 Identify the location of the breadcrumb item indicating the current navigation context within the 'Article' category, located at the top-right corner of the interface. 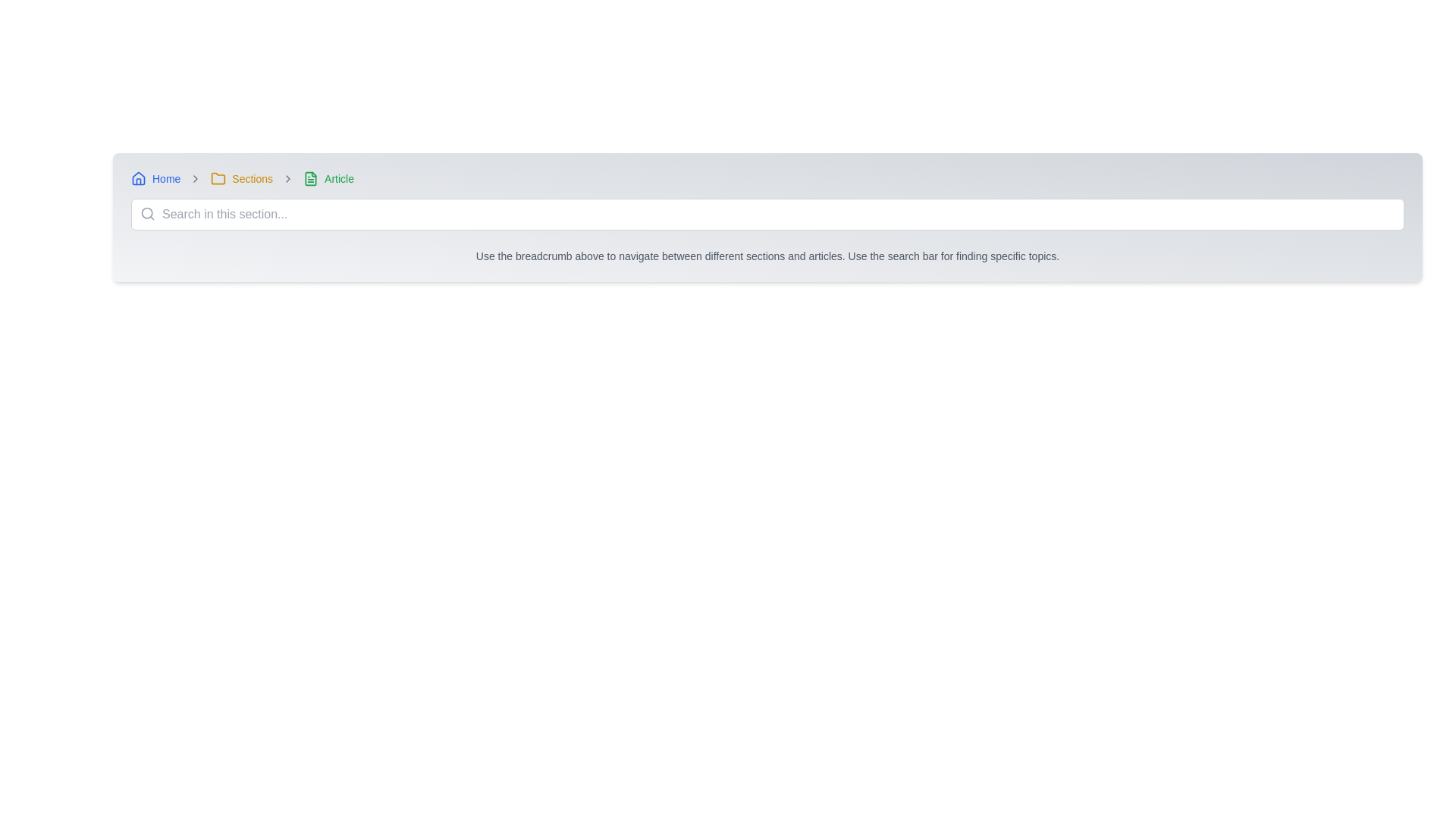
(328, 177).